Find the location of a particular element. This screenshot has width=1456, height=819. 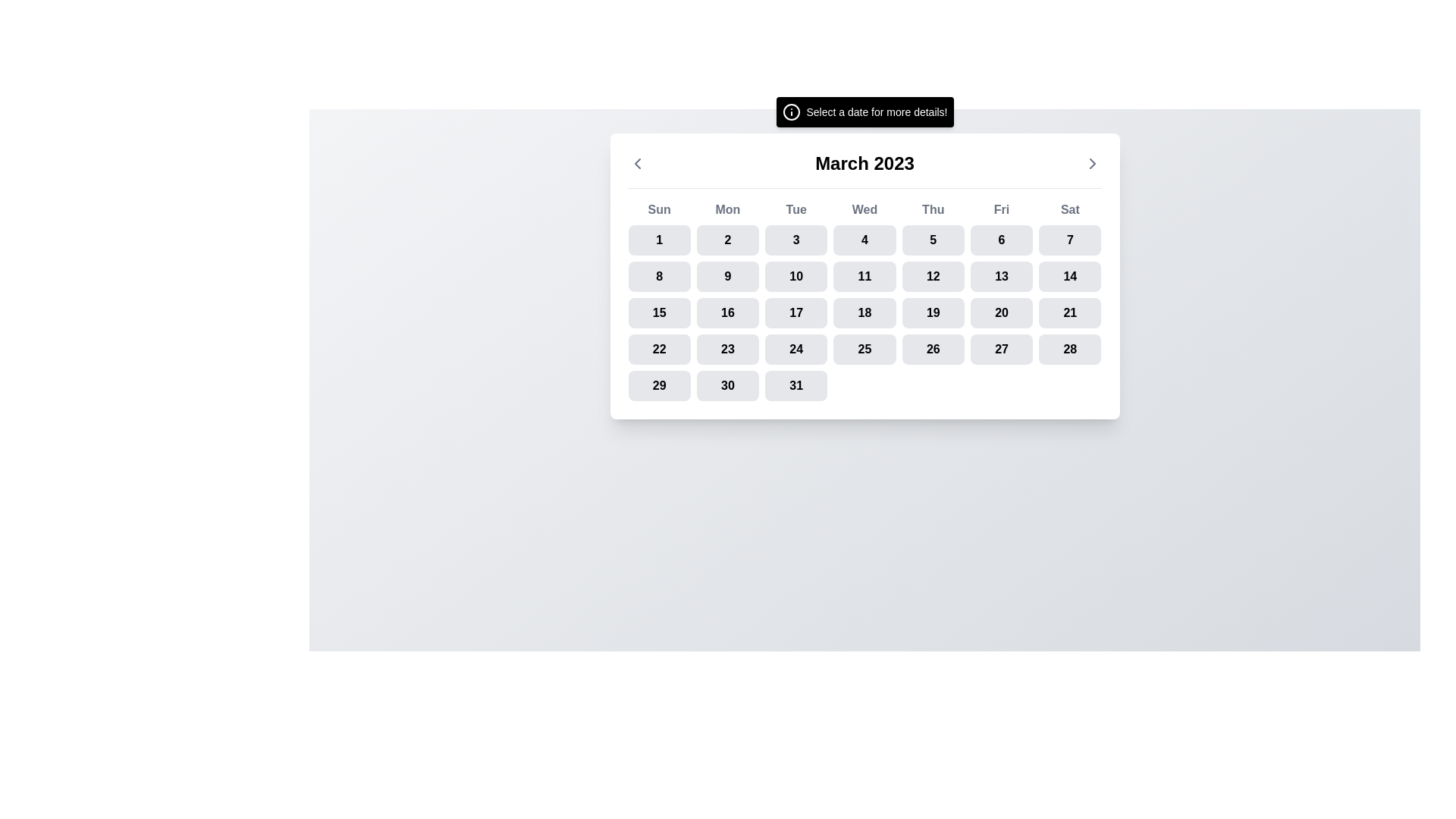

the informational tooltip that provides guidance or extra context about selecting a date on the calendar, located directly above the calendar component is located at coordinates (864, 111).